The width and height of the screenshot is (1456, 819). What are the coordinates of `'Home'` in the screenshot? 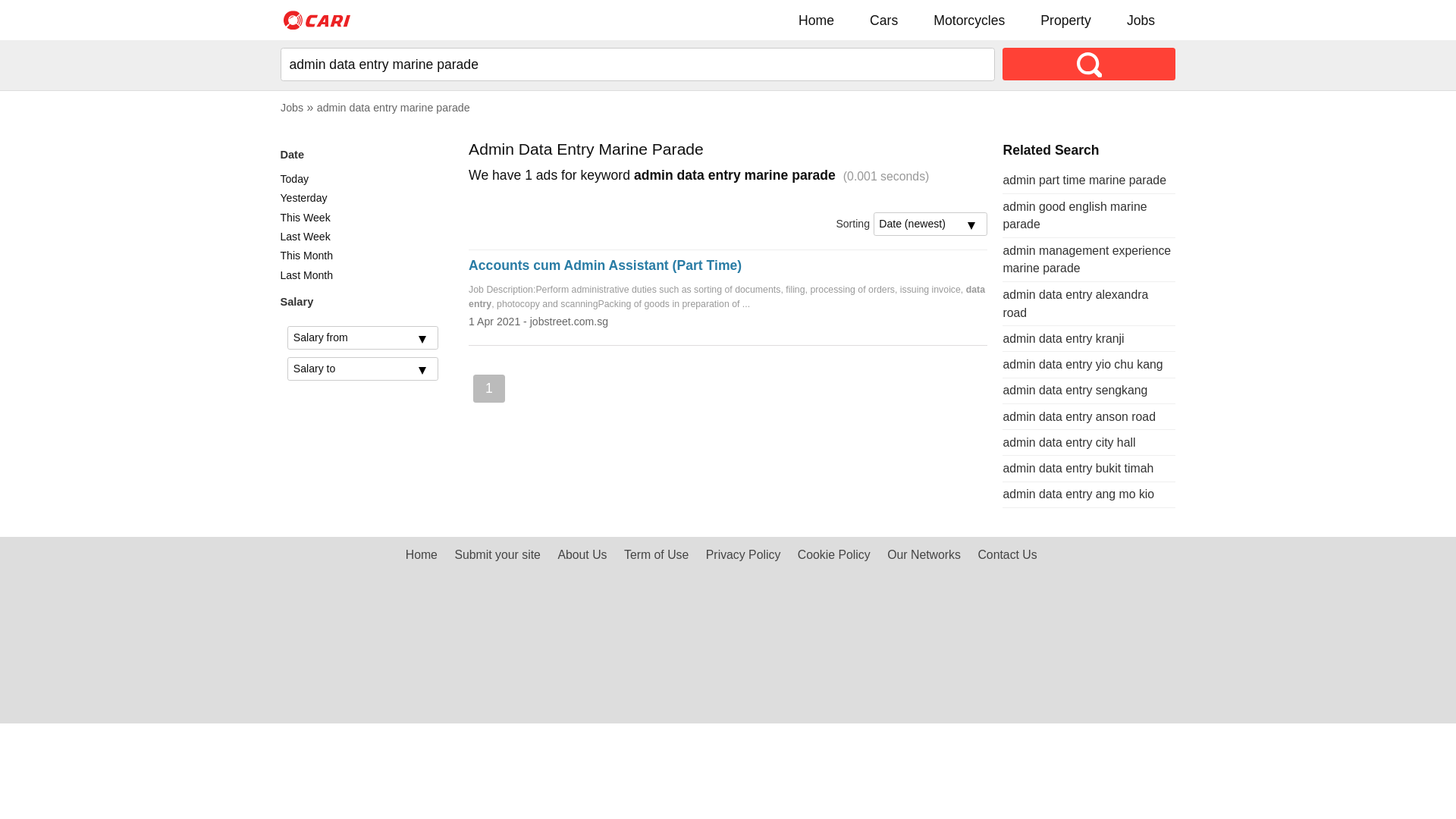 It's located at (786, 20).